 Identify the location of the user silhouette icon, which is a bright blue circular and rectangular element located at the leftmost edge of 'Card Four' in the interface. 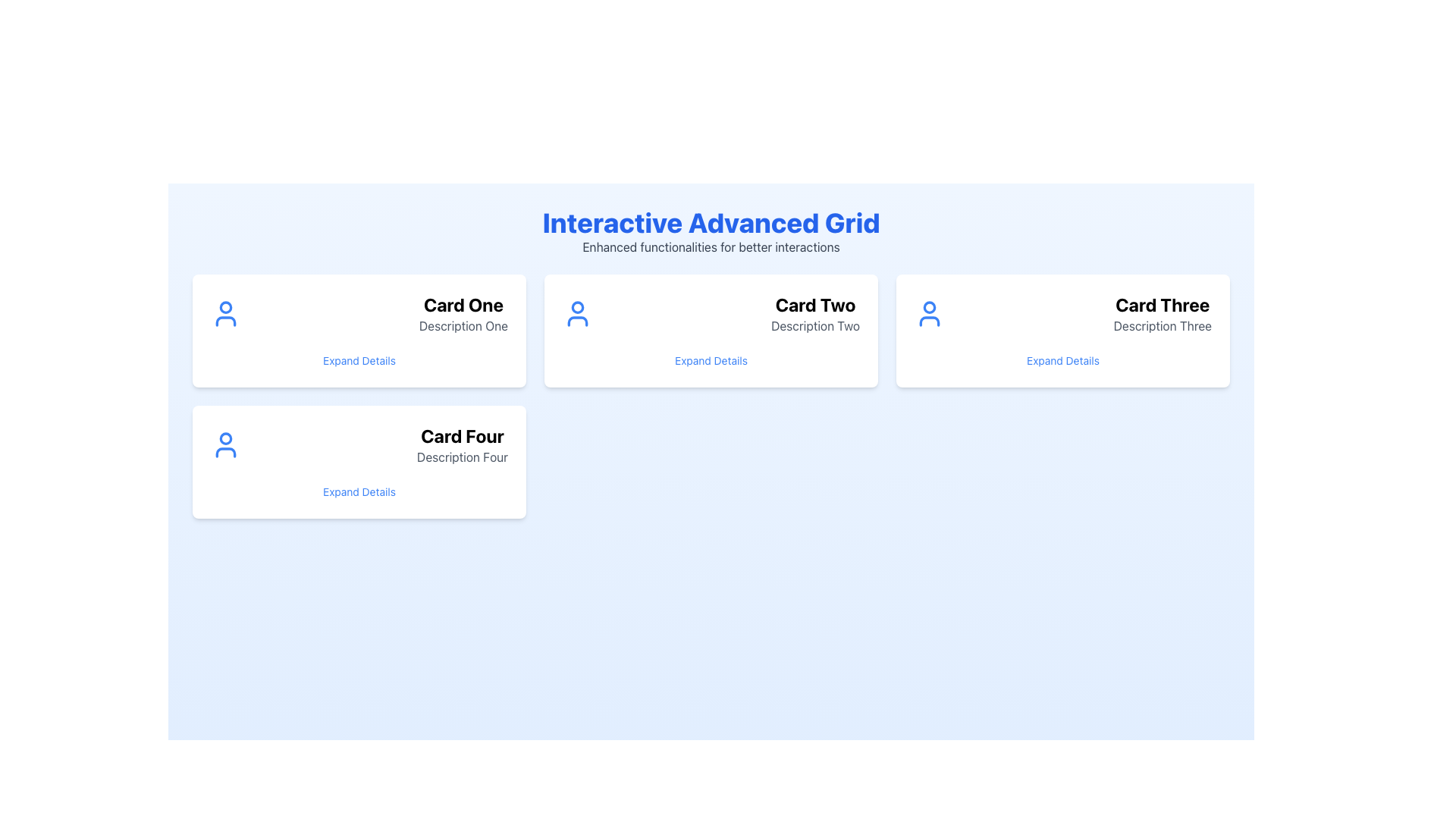
(224, 444).